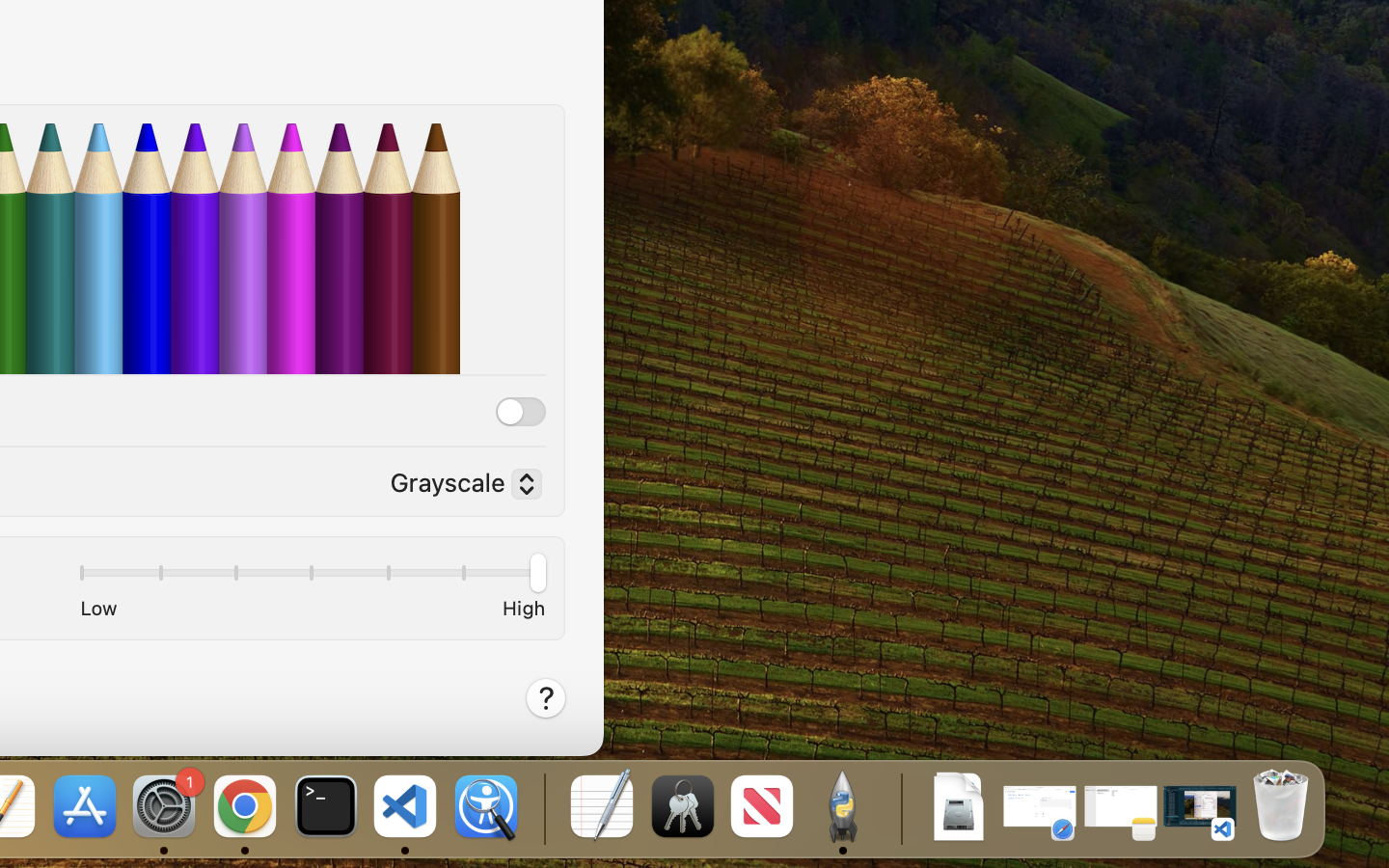 This screenshot has width=1389, height=868. Describe the element at coordinates (311, 576) in the screenshot. I see `'1.0'` at that location.